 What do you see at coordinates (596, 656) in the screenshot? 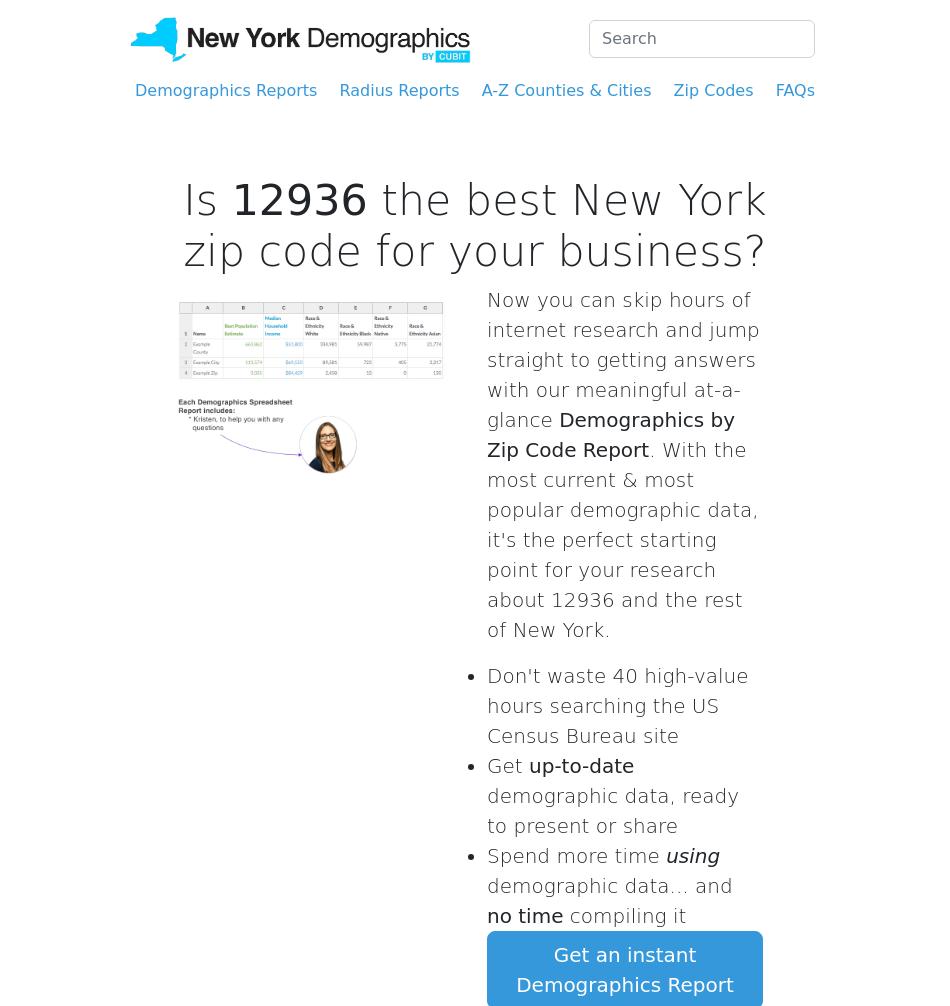
I see `'very reasonable price'` at bounding box center [596, 656].